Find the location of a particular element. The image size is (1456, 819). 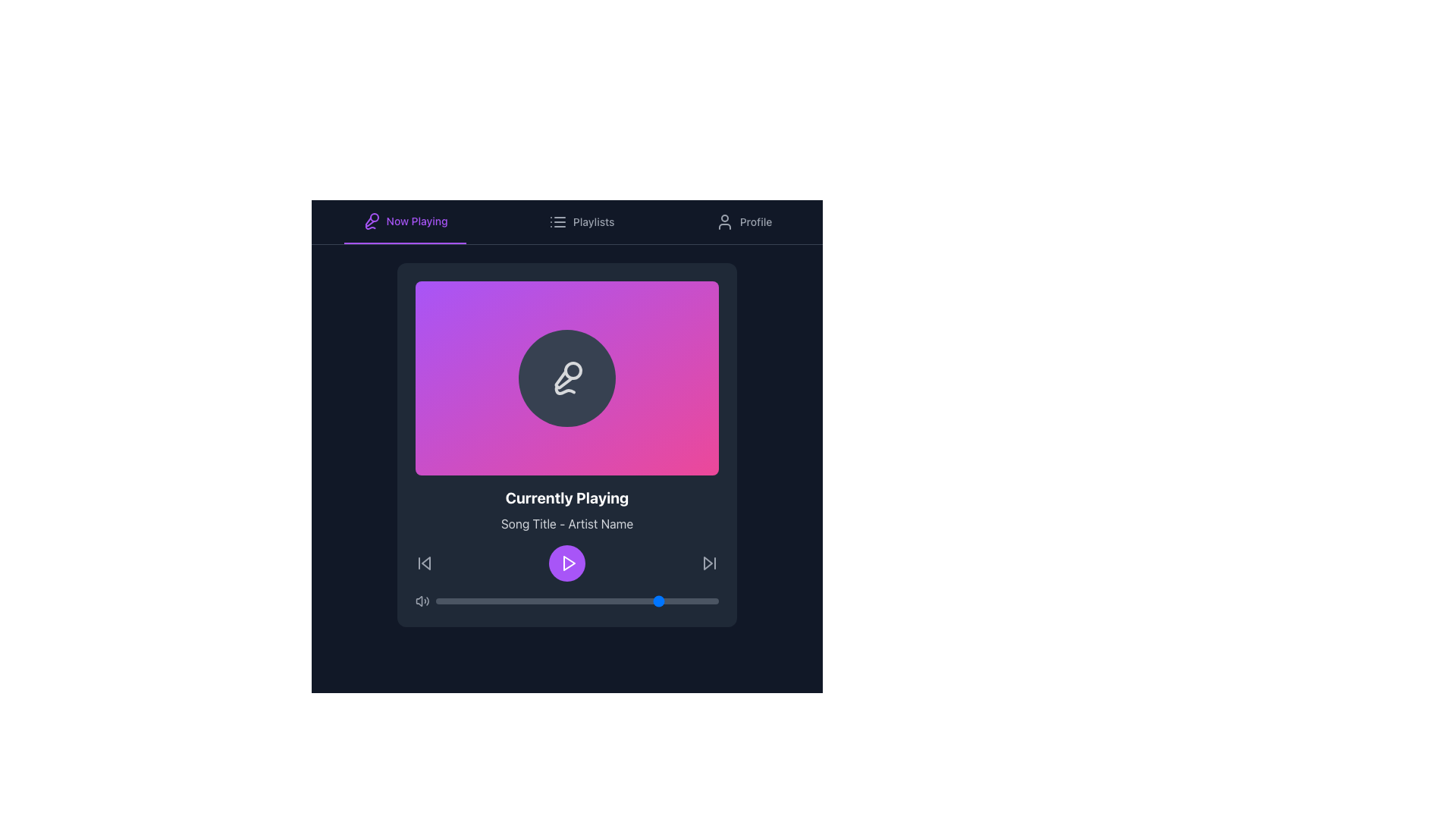

the left-pointing arrowhead icon located in the bottom left section of the playback control area to skip to the previous track is located at coordinates (425, 563).